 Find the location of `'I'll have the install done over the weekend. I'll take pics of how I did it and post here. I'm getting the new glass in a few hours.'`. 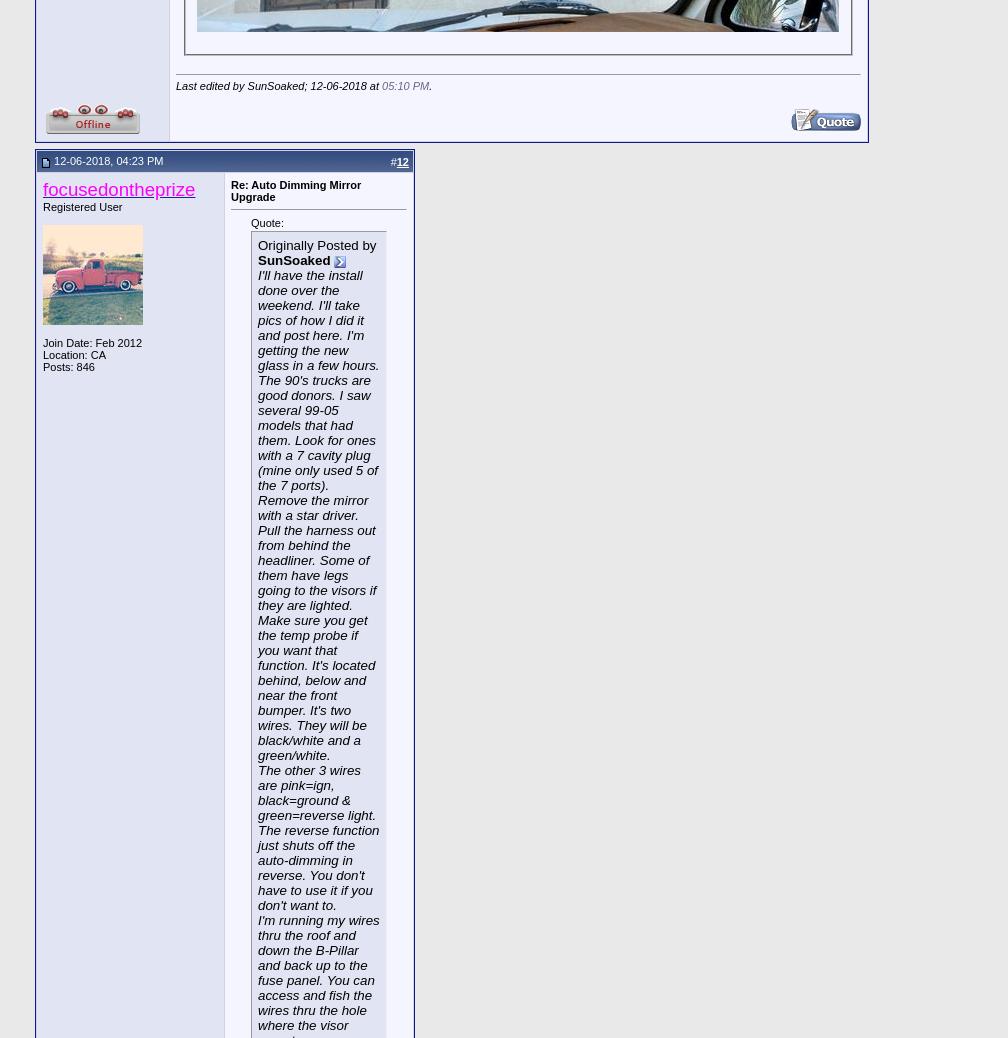

'I'll have the install done over the weekend. I'll take pics of how I did it and post here. I'm getting the new glass in a few hours.' is located at coordinates (318, 320).